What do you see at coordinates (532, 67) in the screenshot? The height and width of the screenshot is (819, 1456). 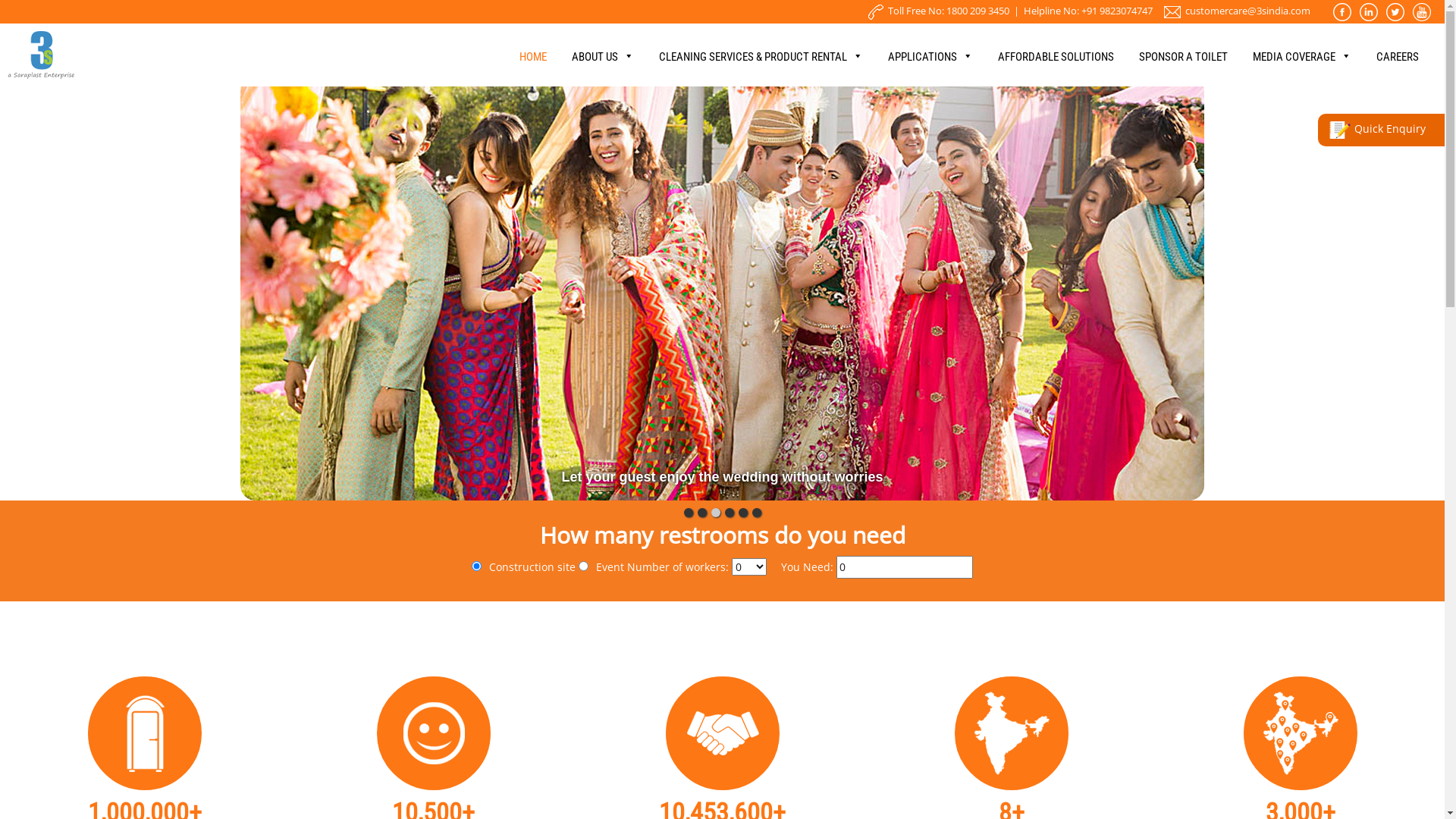 I see `'HOME'` at bounding box center [532, 67].